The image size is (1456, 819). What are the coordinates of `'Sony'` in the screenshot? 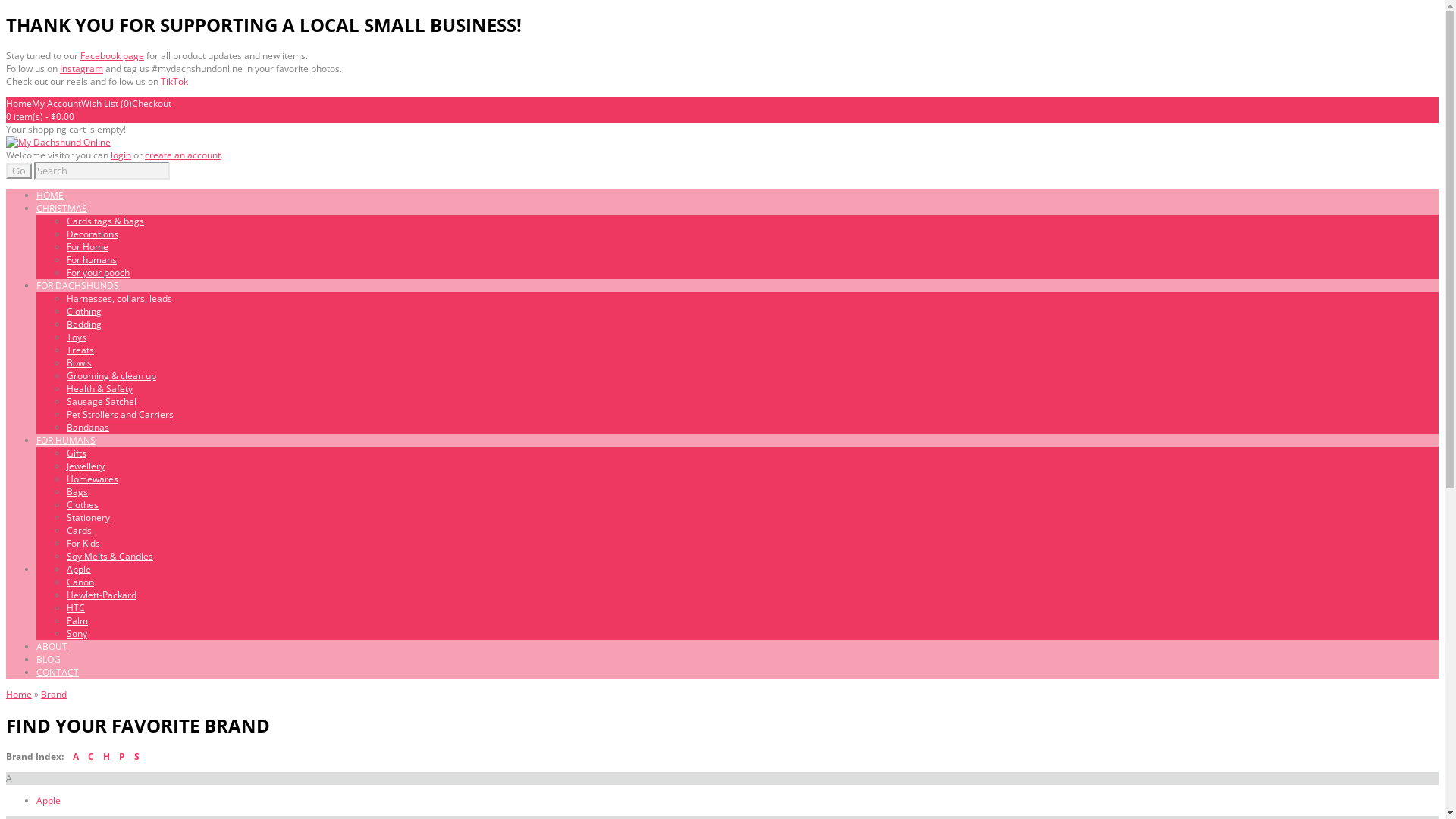 It's located at (76, 633).